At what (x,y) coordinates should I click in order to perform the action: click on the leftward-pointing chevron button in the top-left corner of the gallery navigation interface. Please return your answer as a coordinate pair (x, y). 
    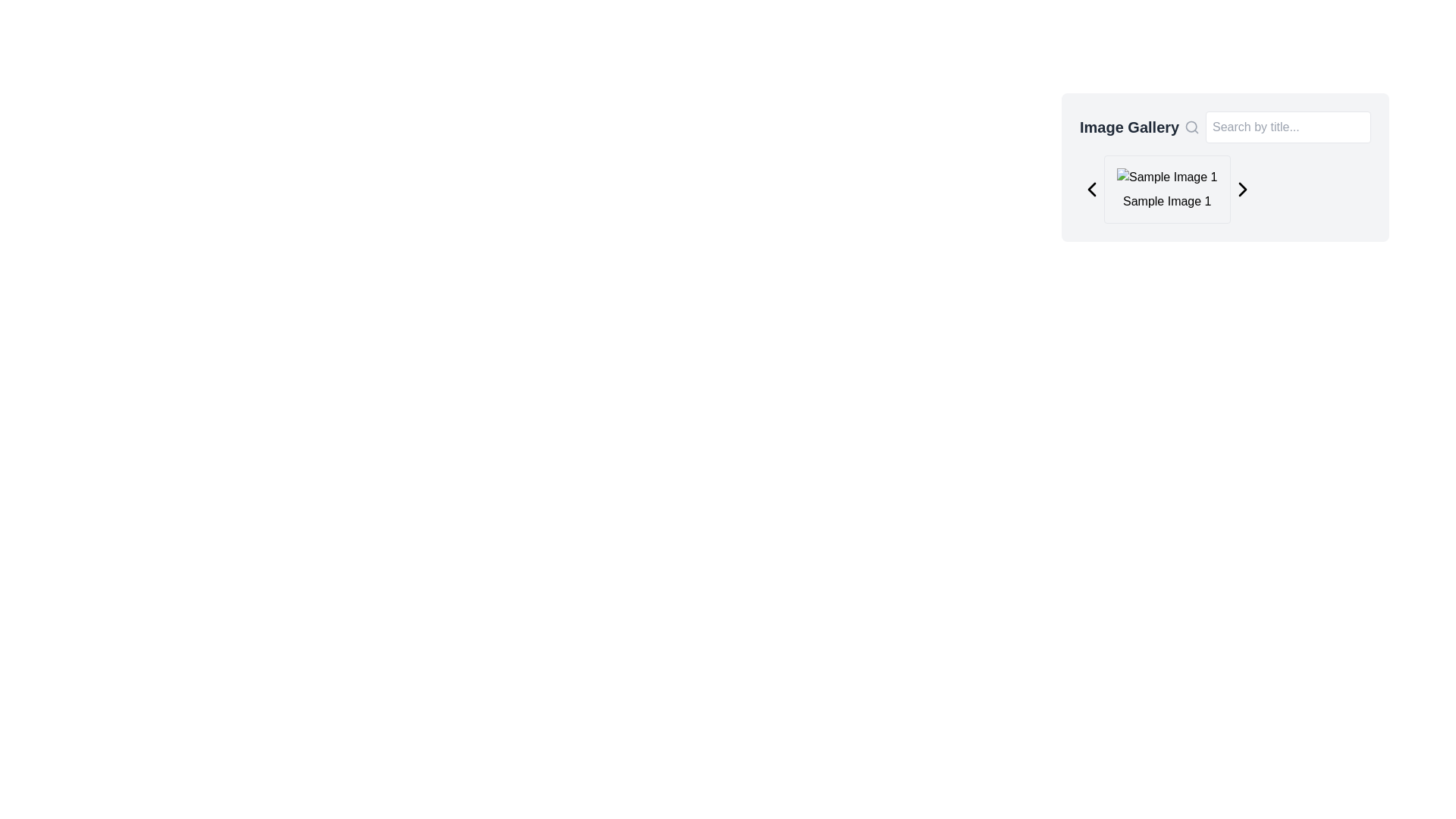
    Looking at the image, I should click on (1092, 189).